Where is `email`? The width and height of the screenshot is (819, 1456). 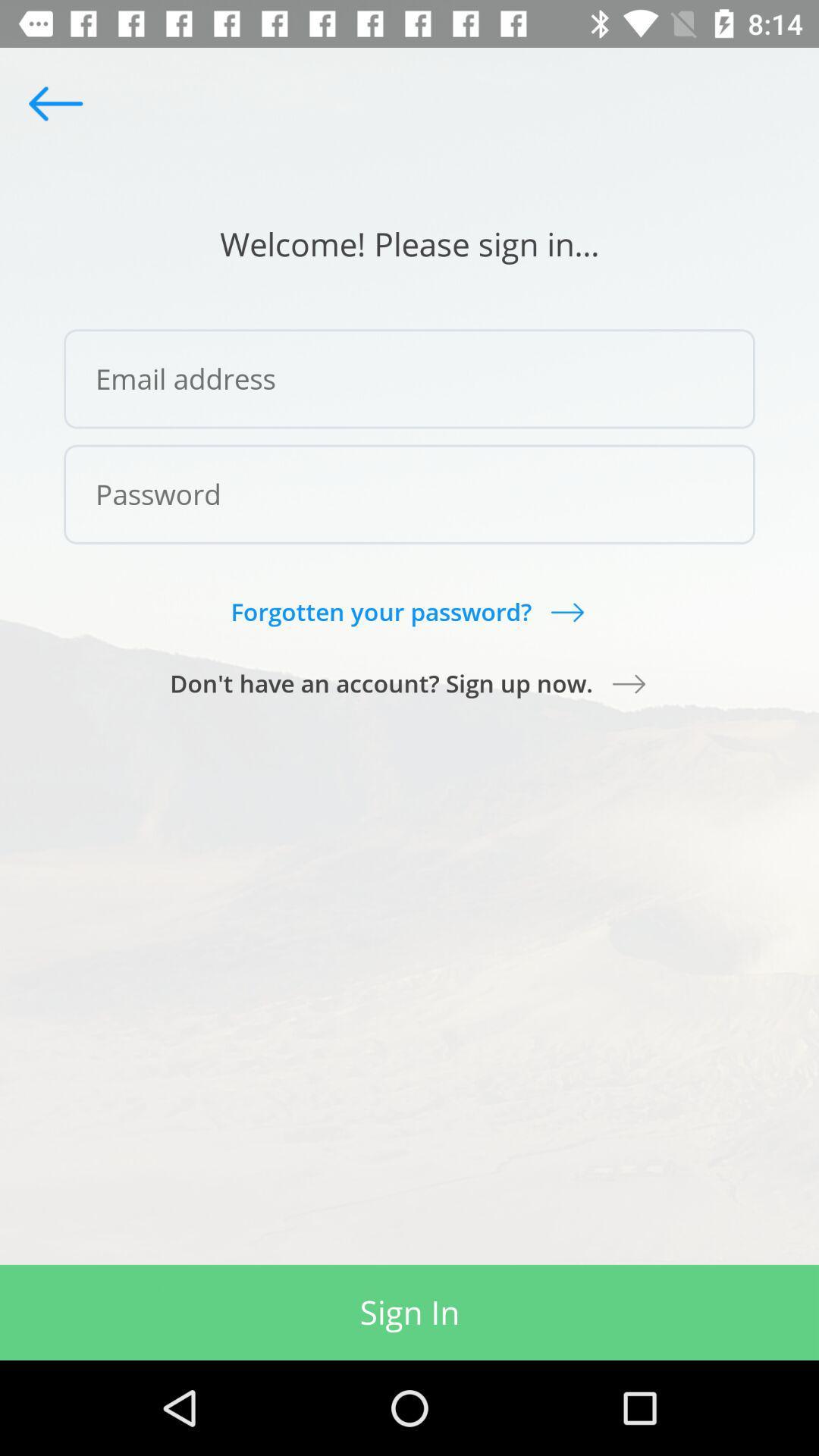
email is located at coordinates (409, 378).